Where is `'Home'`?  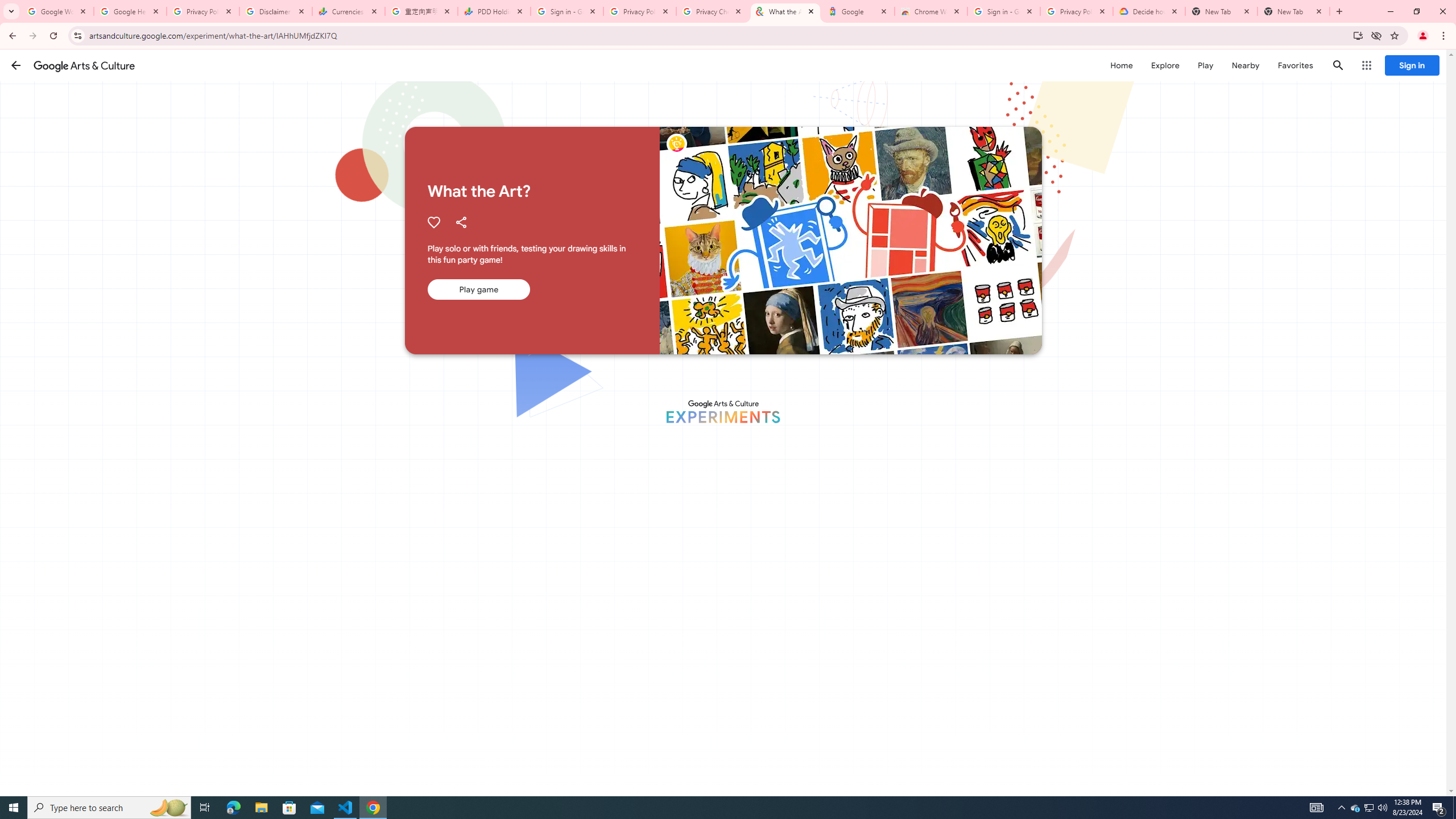 'Home' is located at coordinates (1120, 65).